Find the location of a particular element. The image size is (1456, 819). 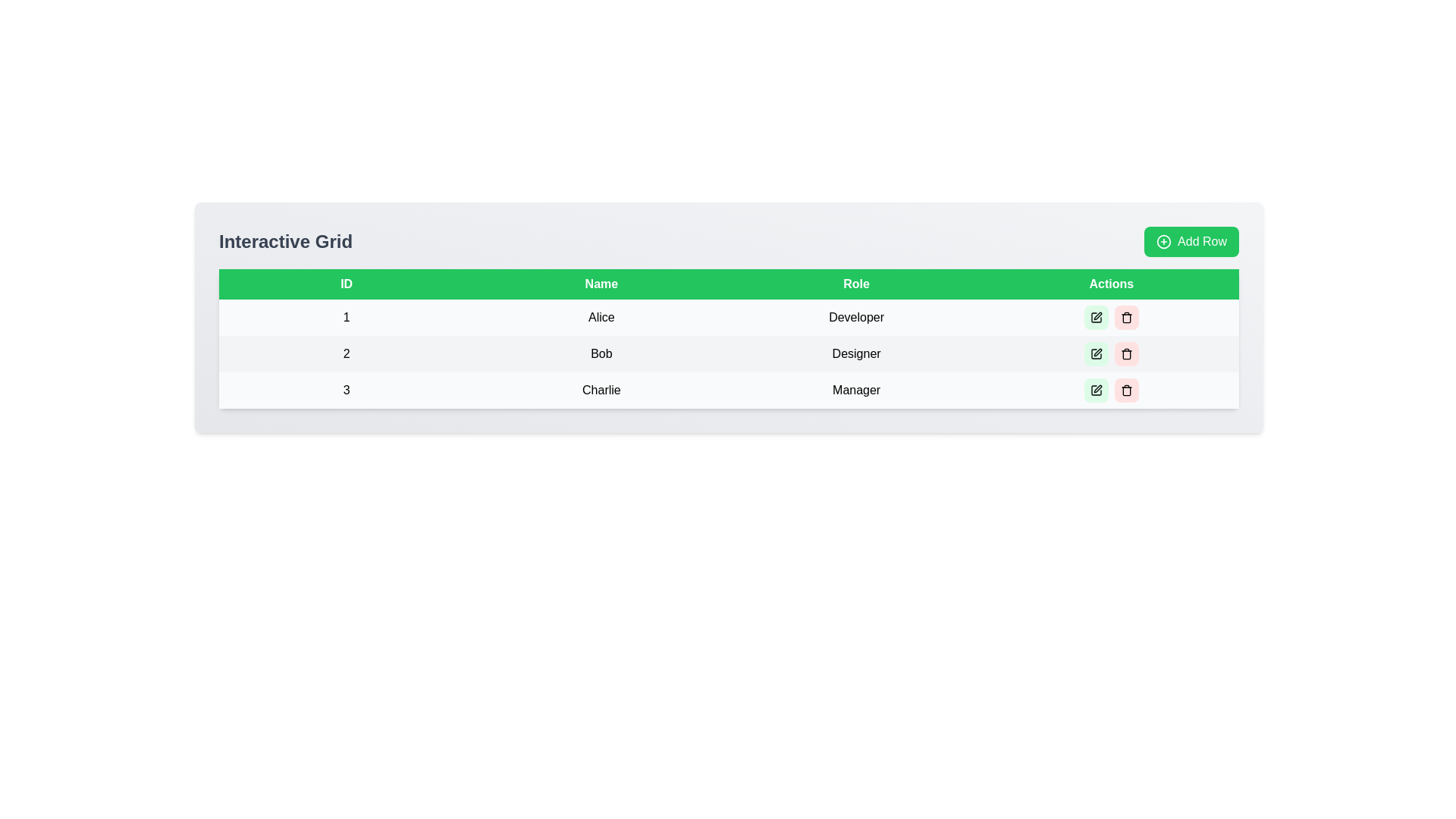

the Table cell text displaying the name of a person or entity located in the second cell of the first data row within the table, positioned between the 'ID' and 'Role' columns is located at coordinates (601, 317).